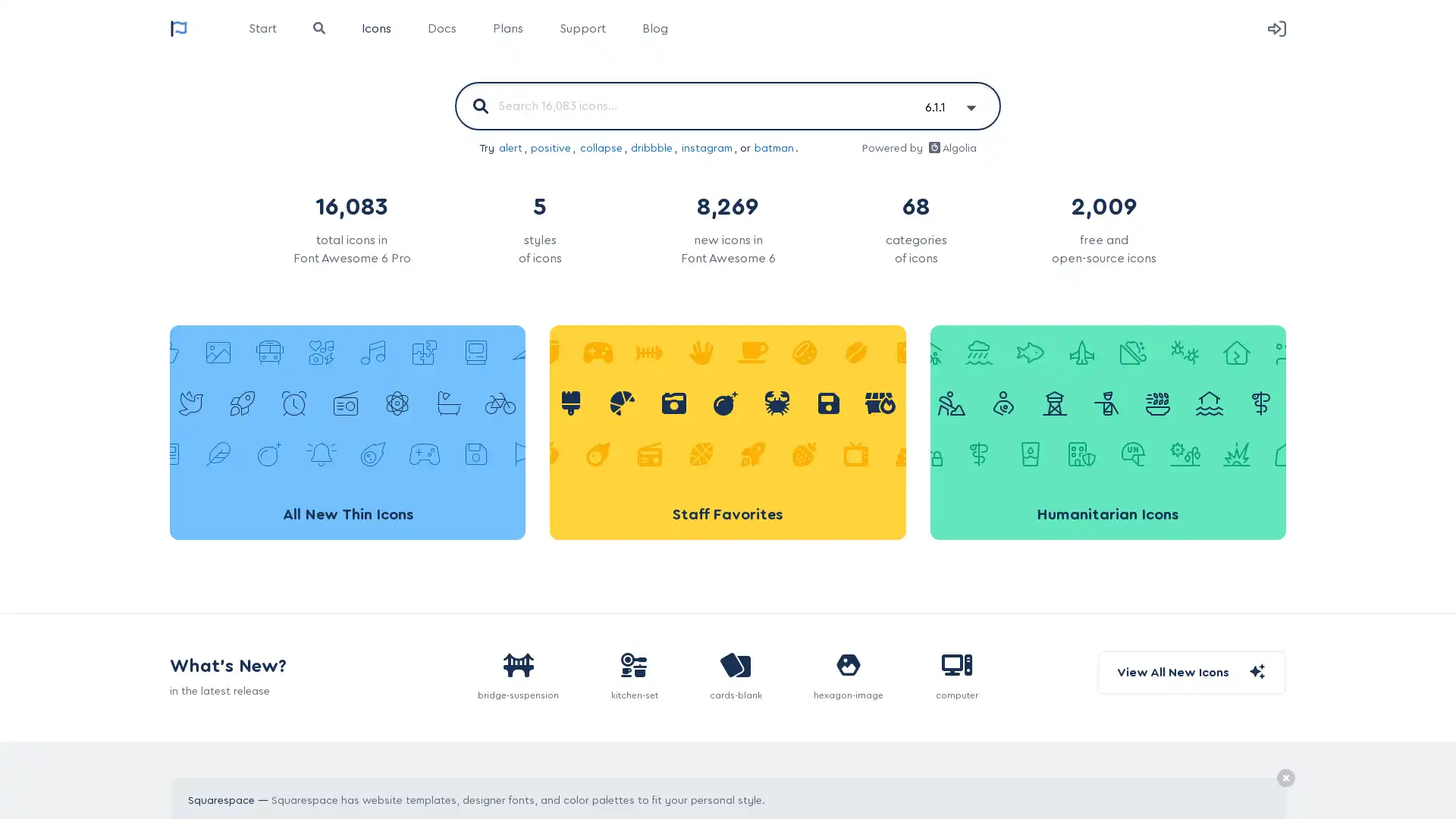 This screenshot has width=1456, height=819. I want to click on batman, so click(774, 149).